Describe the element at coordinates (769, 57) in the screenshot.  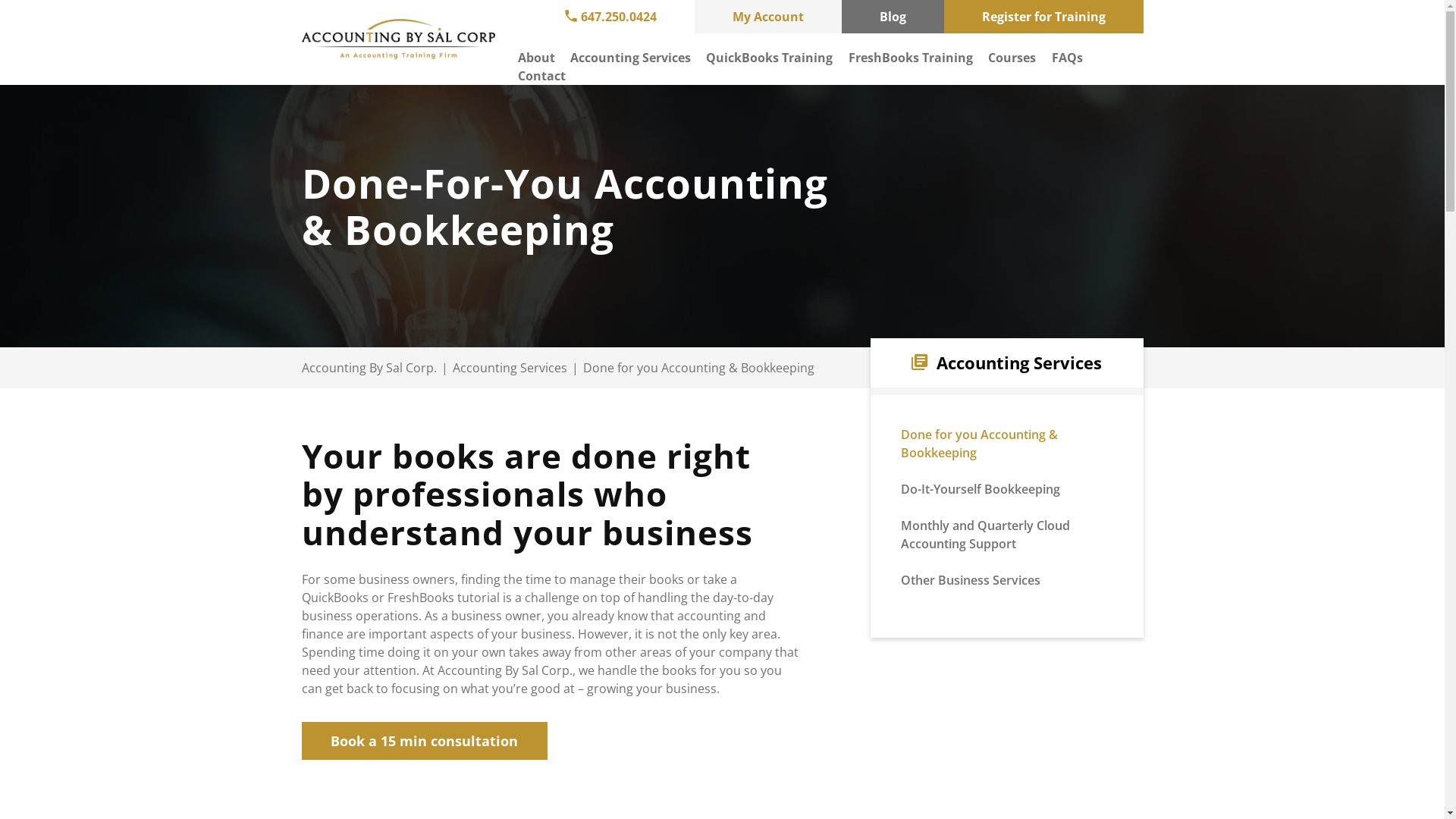
I see `'QuickBooks Training'` at that location.